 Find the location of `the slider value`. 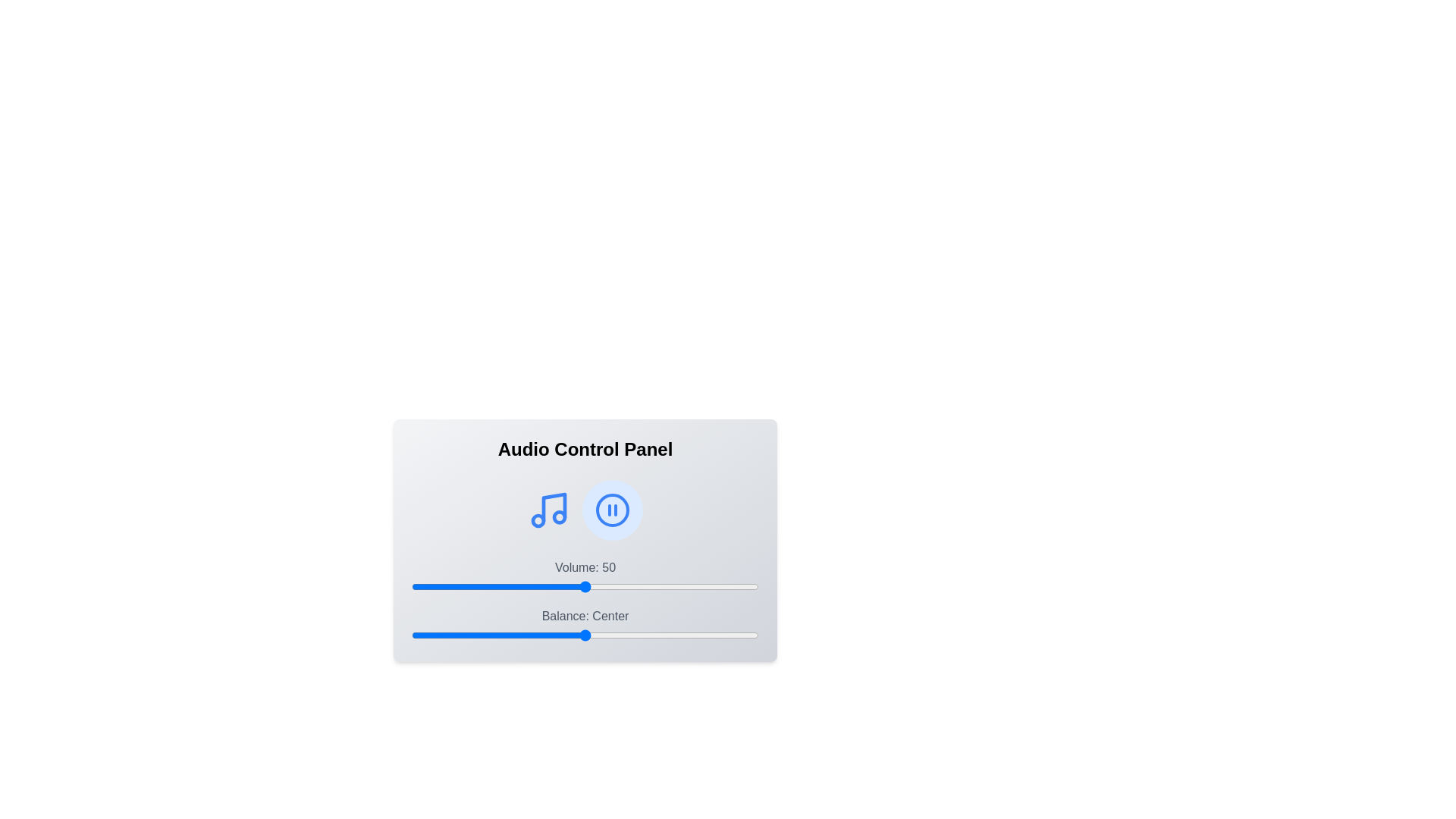

the slider value is located at coordinates (735, 586).